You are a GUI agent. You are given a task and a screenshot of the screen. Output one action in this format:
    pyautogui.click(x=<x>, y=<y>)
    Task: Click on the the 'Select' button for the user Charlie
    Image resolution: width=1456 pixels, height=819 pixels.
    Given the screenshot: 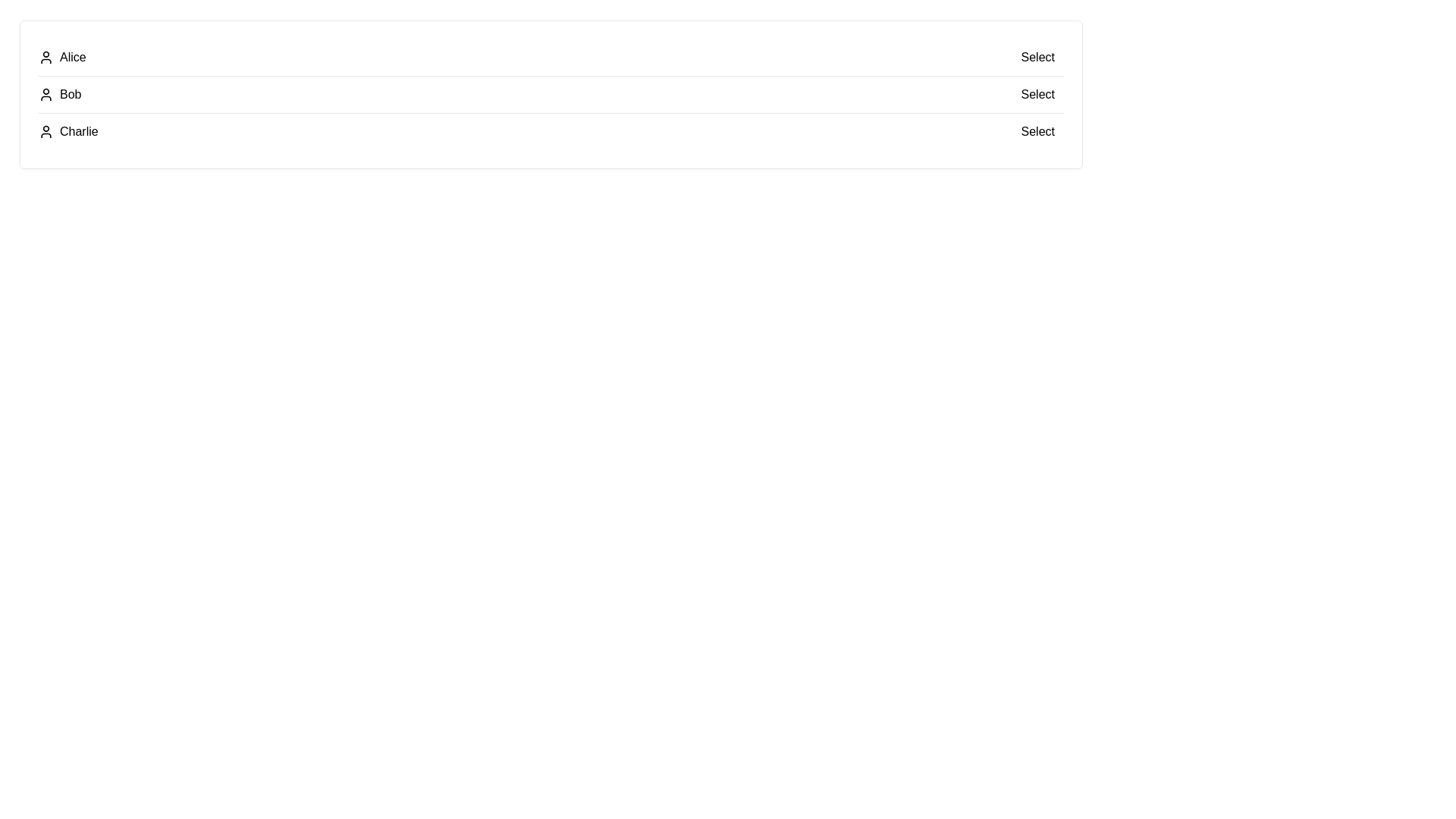 What is the action you would take?
    pyautogui.click(x=1037, y=130)
    